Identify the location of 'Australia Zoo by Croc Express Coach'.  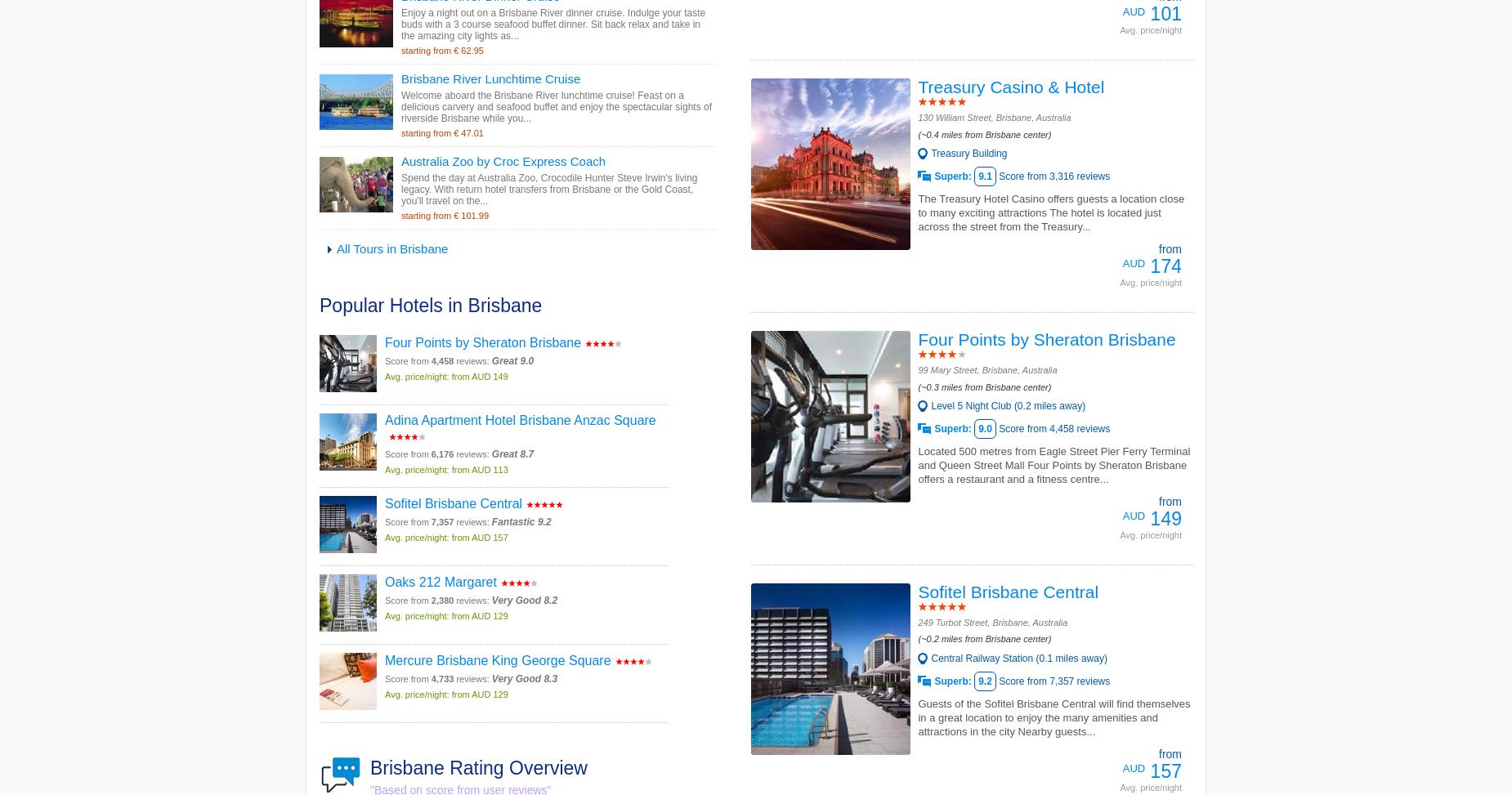
(503, 160).